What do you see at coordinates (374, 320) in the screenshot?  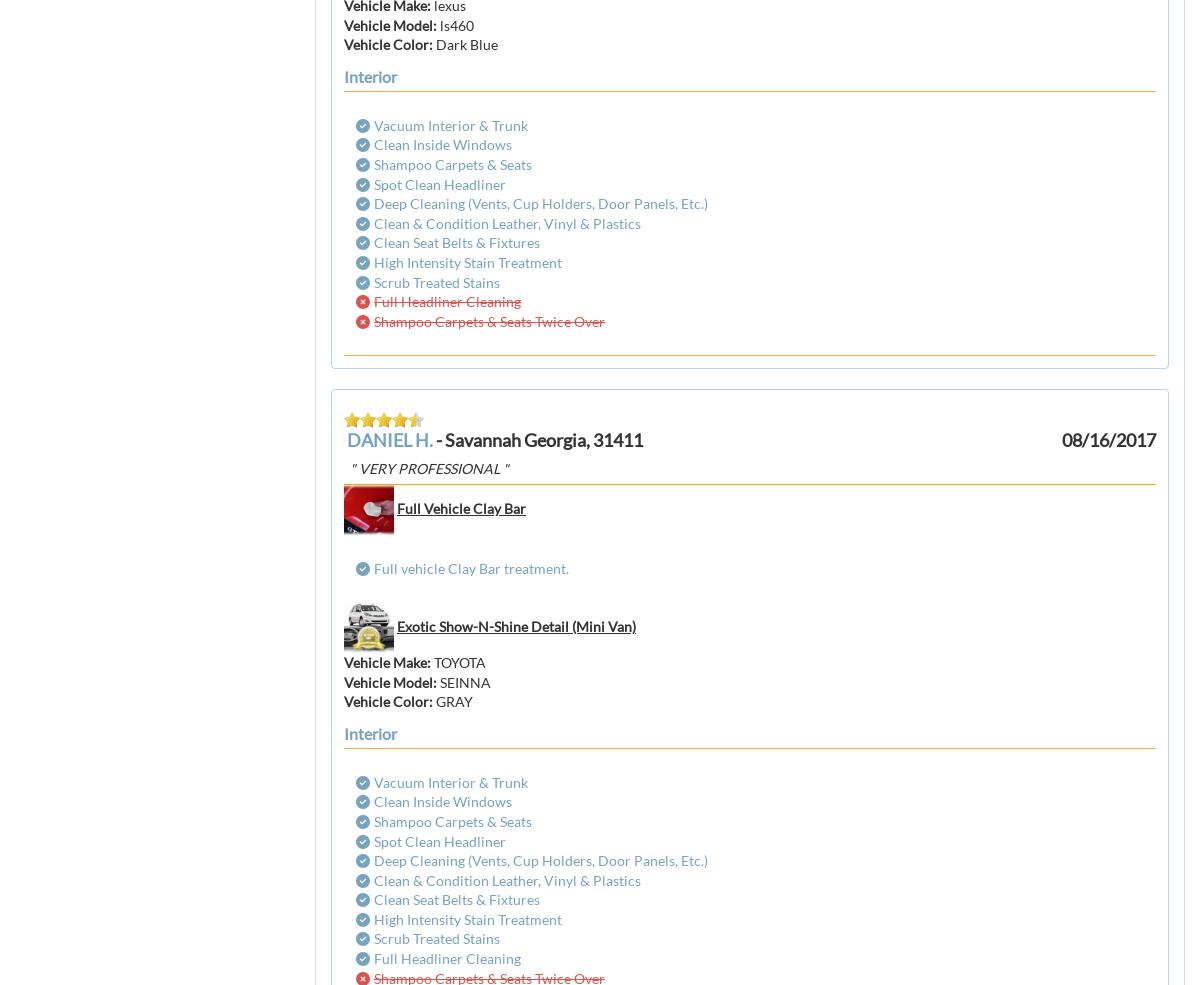 I see `'Shampoo Carpets & Seats Twice Over'` at bounding box center [374, 320].